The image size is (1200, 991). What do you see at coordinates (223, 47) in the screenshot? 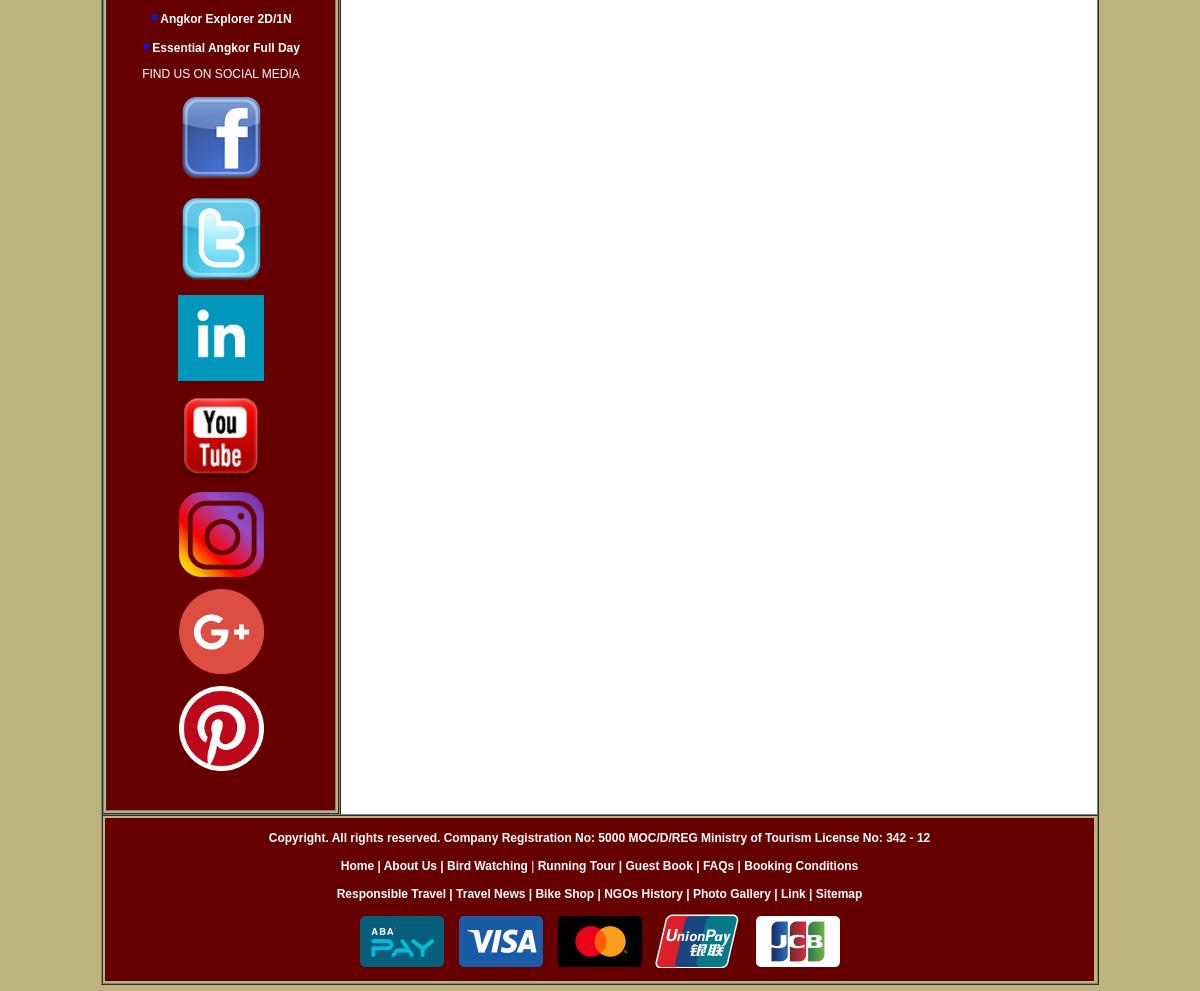
I see `'Essential Angkor Full Day'` at bounding box center [223, 47].